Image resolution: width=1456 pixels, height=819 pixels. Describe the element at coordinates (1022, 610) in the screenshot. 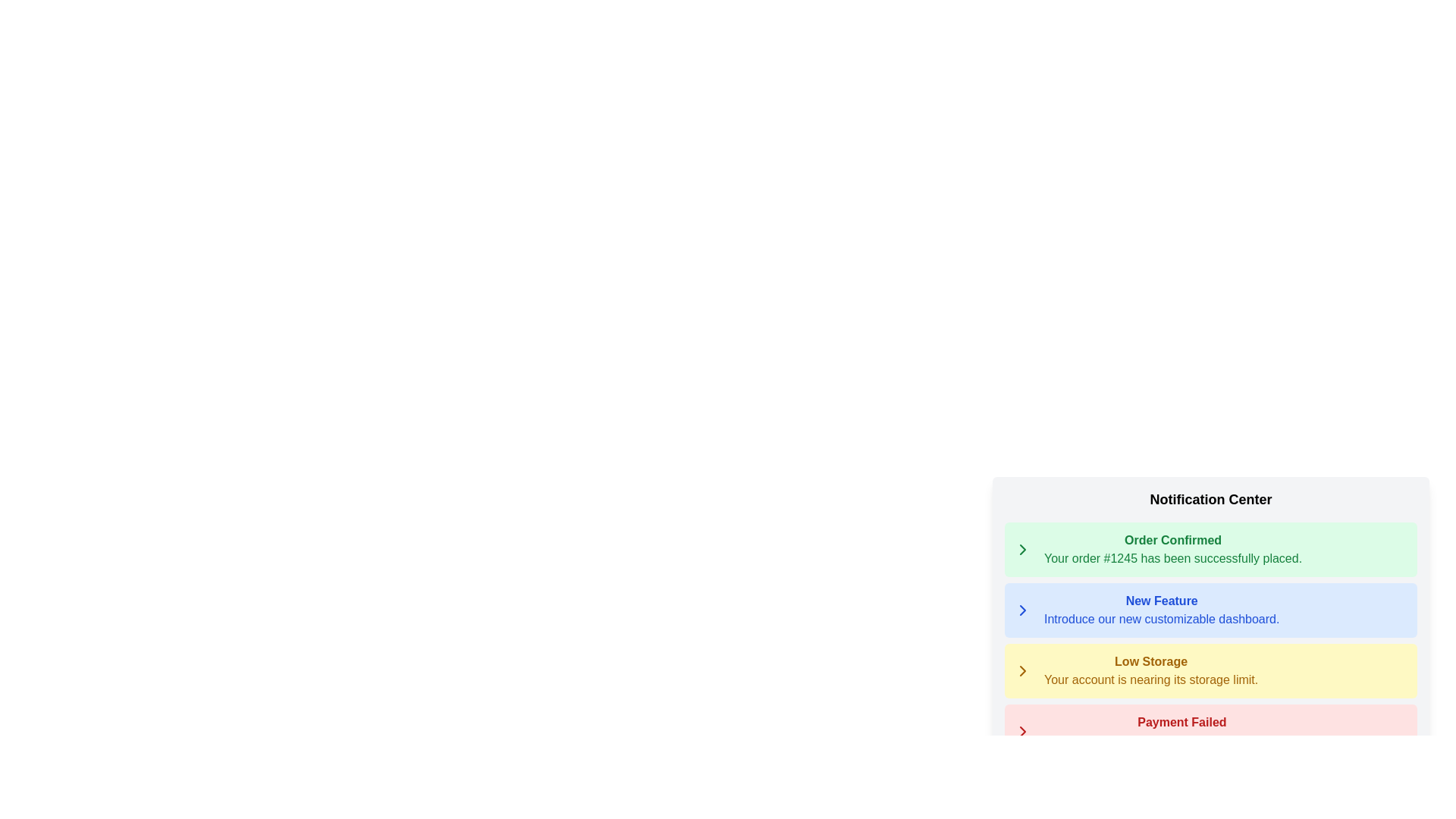

I see `the chevron icon located on the far left side of the blue notification box containing the text 'New Feature - Introduce our new customizable dashboard.'` at that location.